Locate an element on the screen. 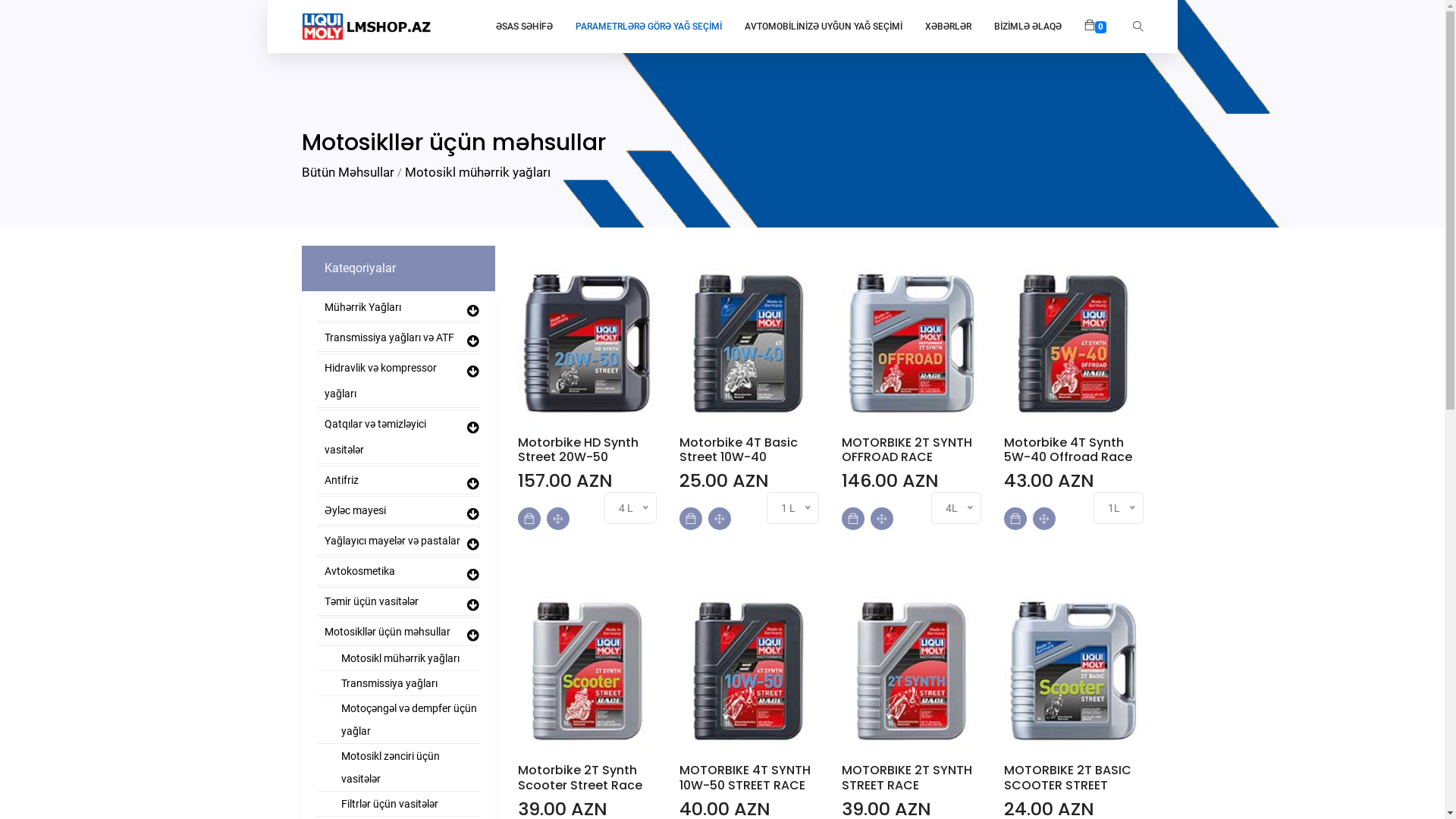 Image resolution: width=1456 pixels, height=819 pixels. 'Antifriz' is located at coordinates (398, 480).